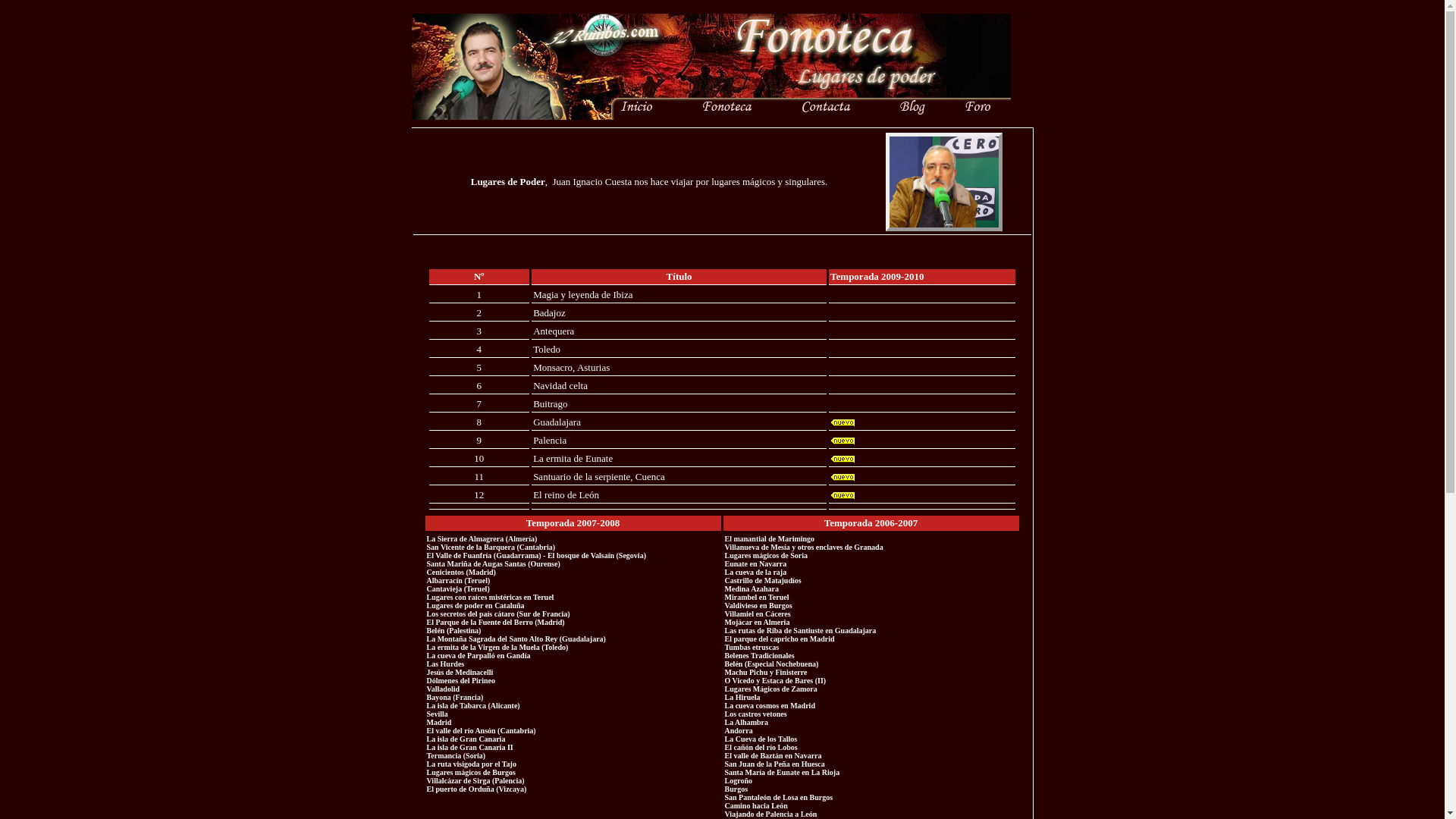 Image resolution: width=1456 pixels, height=819 pixels. What do you see at coordinates (752, 647) in the screenshot?
I see `'Tumbas etruscas'` at bounding box center [752, 647].